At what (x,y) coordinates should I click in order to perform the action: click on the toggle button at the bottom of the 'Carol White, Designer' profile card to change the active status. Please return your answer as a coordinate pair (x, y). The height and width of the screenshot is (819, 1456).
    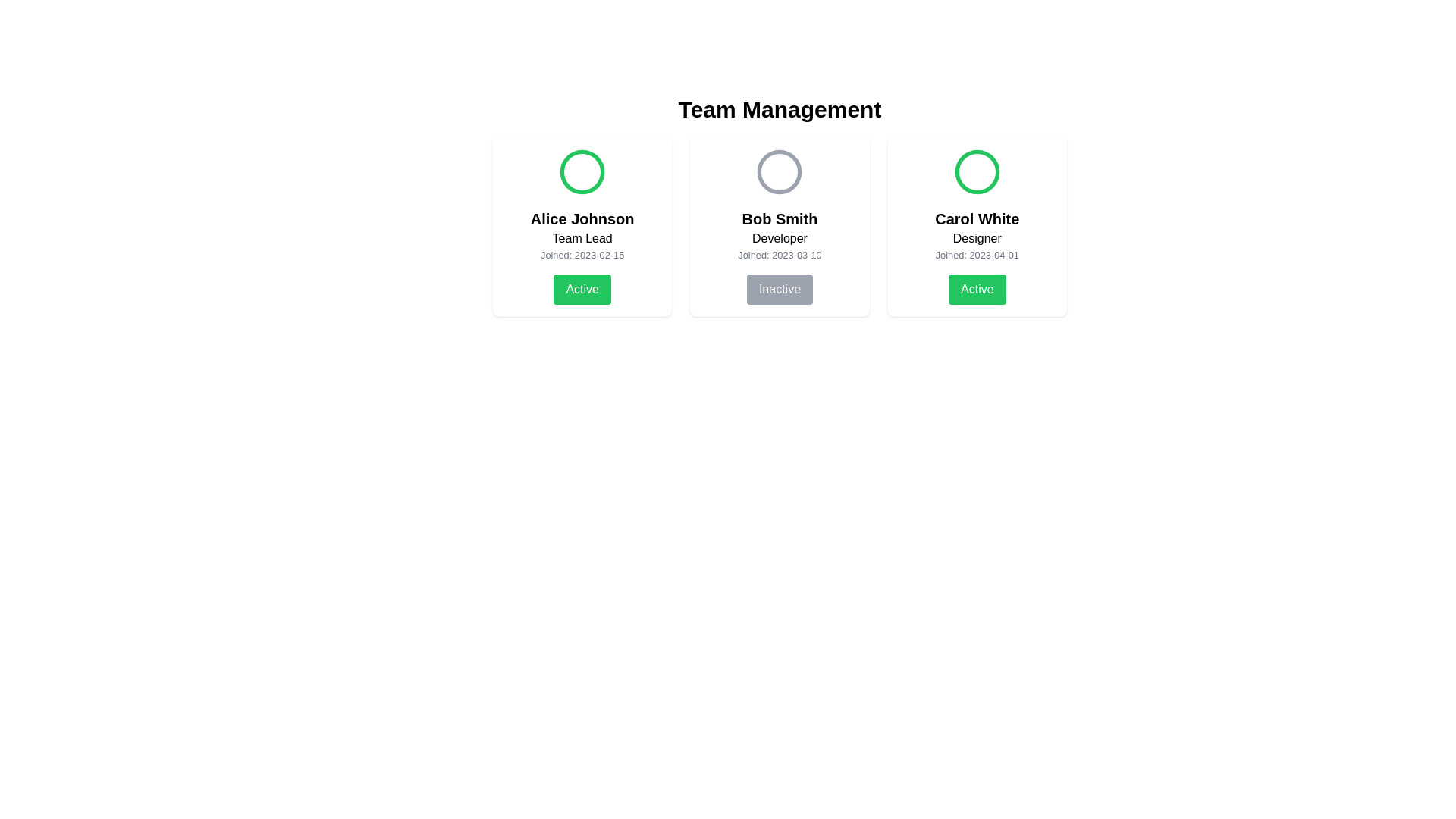
    Looking at the image, I should click on (977, 290).